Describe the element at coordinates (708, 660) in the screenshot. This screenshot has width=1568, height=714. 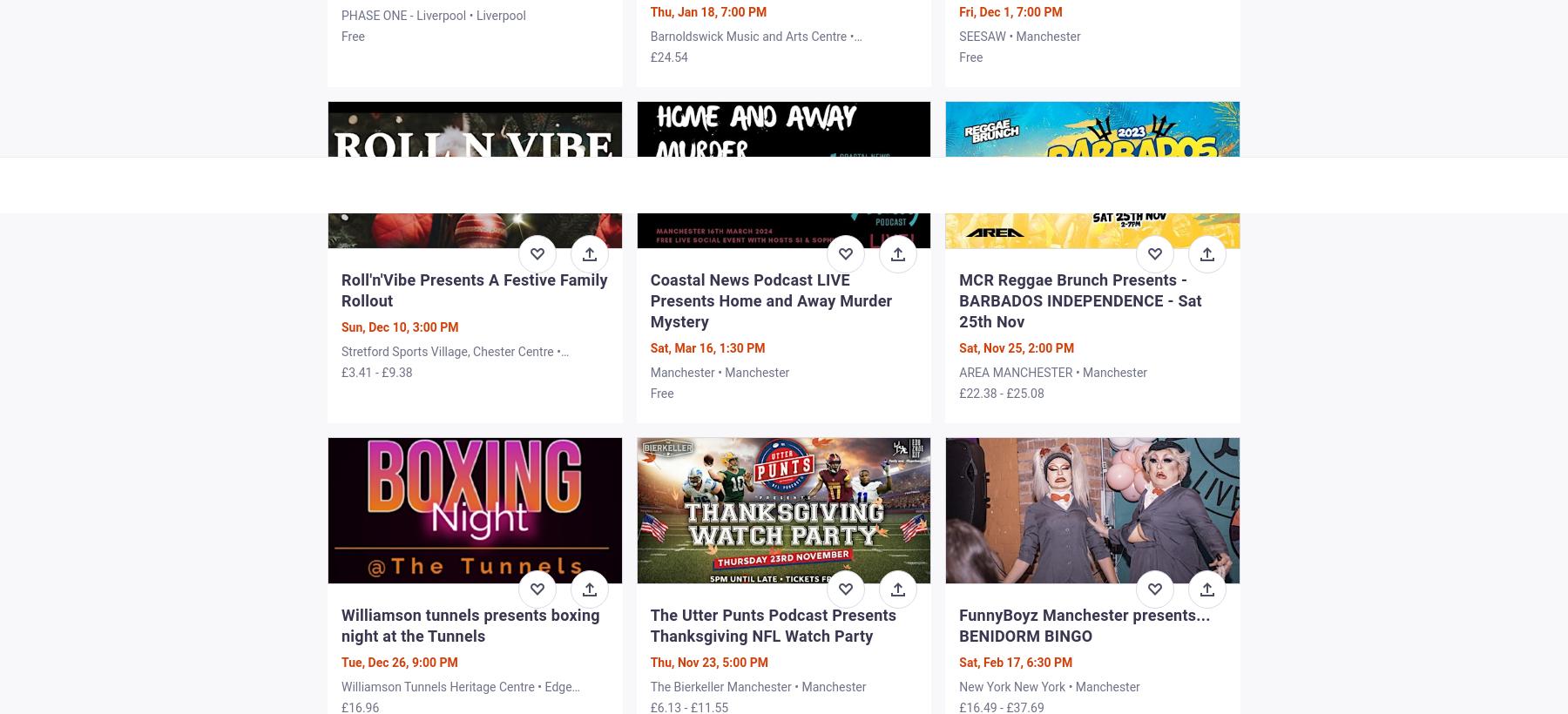
I see `'Thu, Nov 23, 5:00 PM'` at that location.